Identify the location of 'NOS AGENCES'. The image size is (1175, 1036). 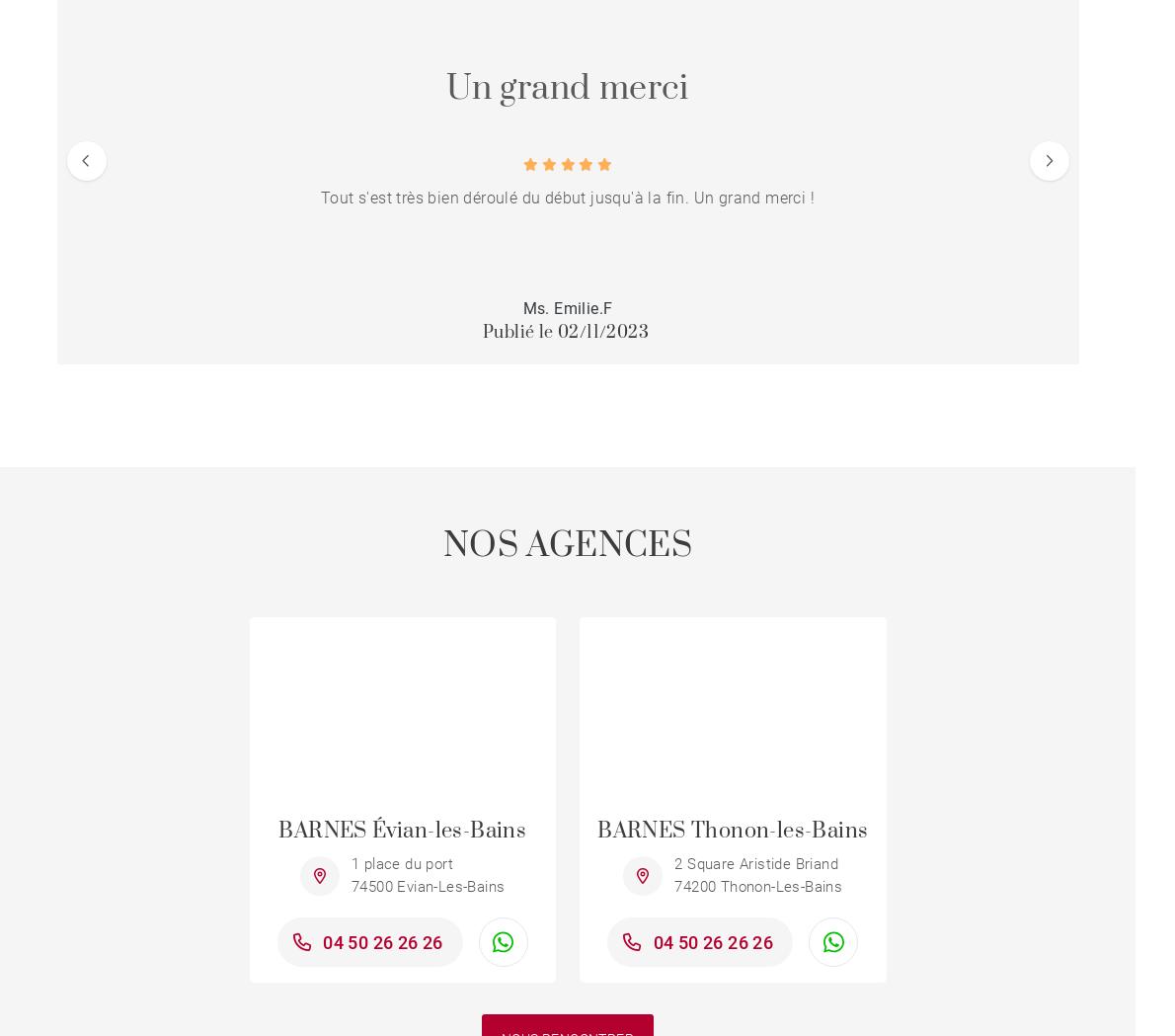
(567, 544).